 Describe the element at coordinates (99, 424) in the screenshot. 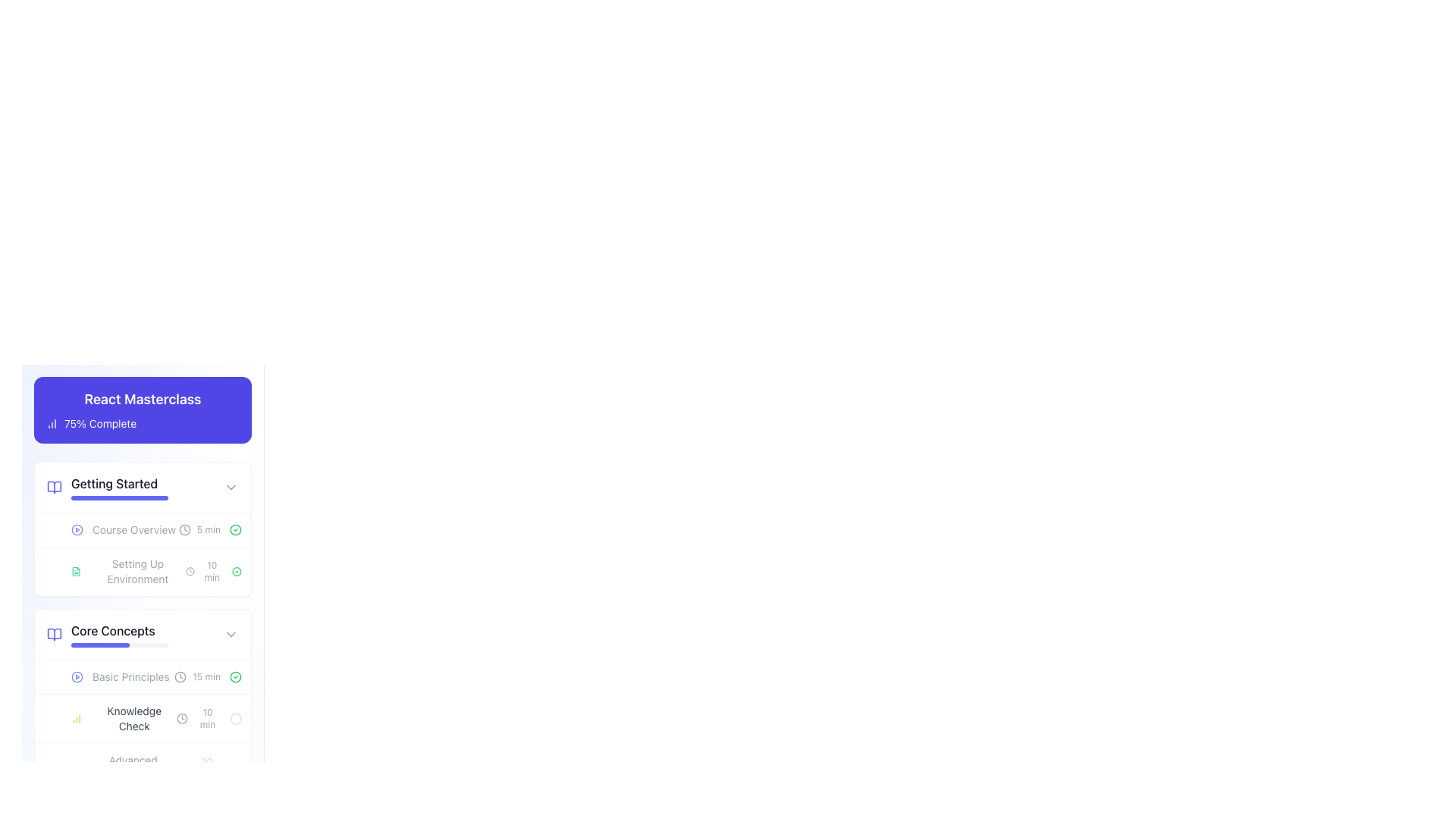

I see `progress information displayed in the text label indicating that the associated course or module is 75% complete, located near the title 'React Masterclass'` at that location.